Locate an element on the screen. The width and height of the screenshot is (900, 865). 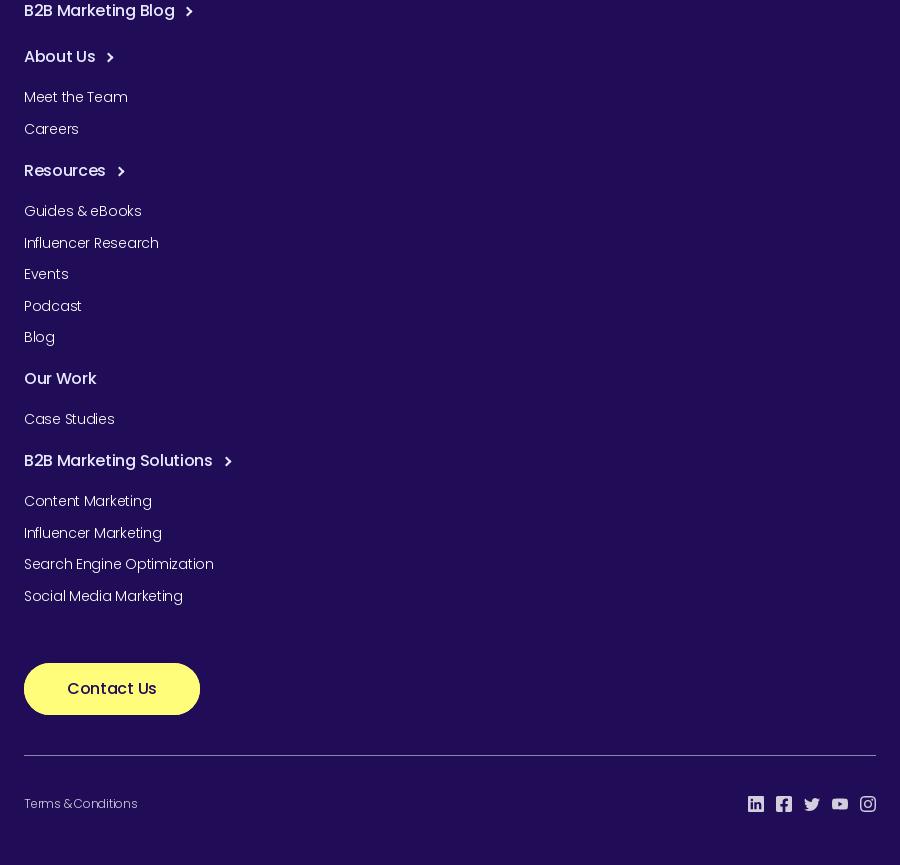
'Blog' is located at coordinates (37, 337).